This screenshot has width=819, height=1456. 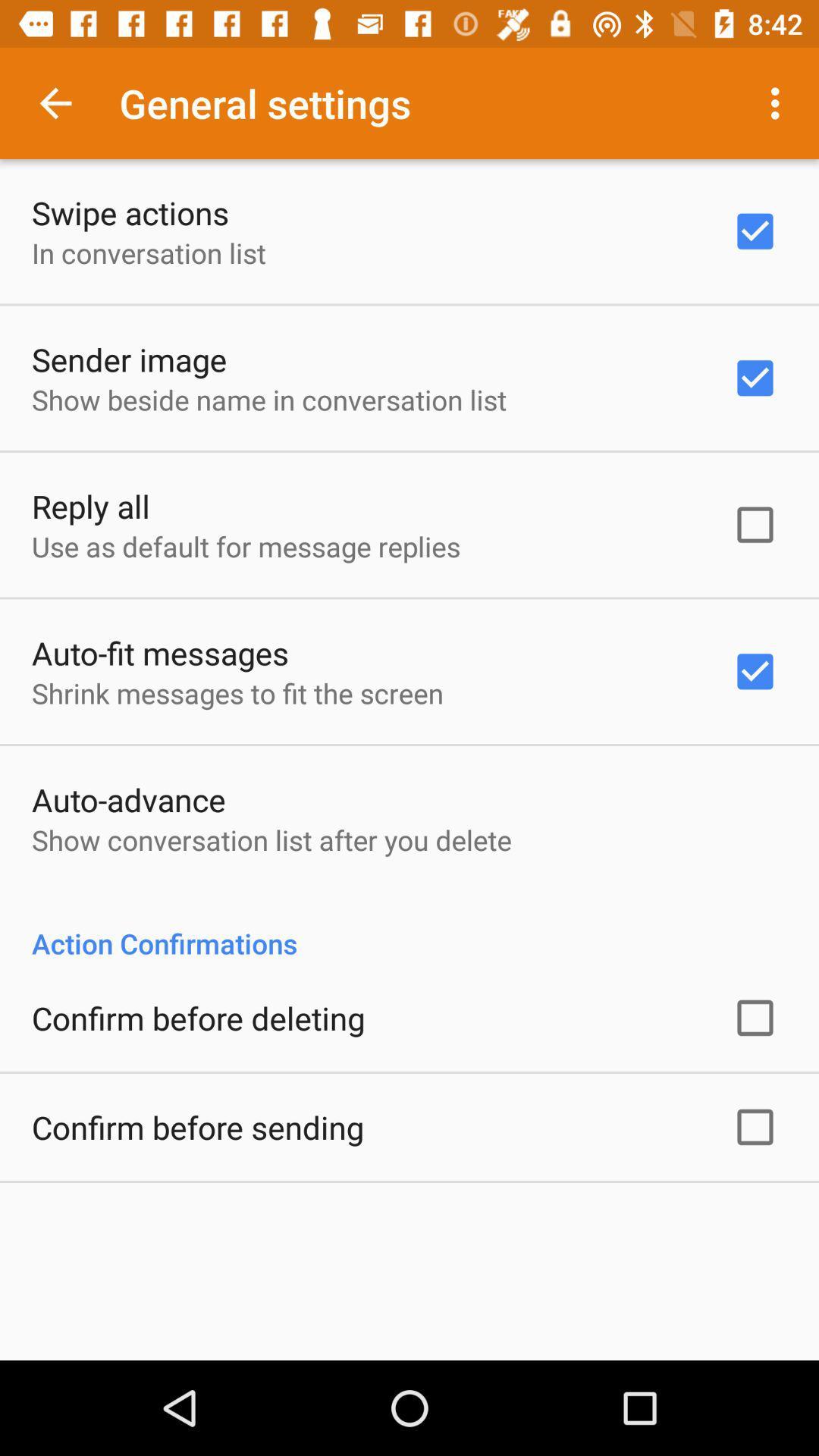 I want to click on app above the show conversation list item, so click(x=127, y=799).